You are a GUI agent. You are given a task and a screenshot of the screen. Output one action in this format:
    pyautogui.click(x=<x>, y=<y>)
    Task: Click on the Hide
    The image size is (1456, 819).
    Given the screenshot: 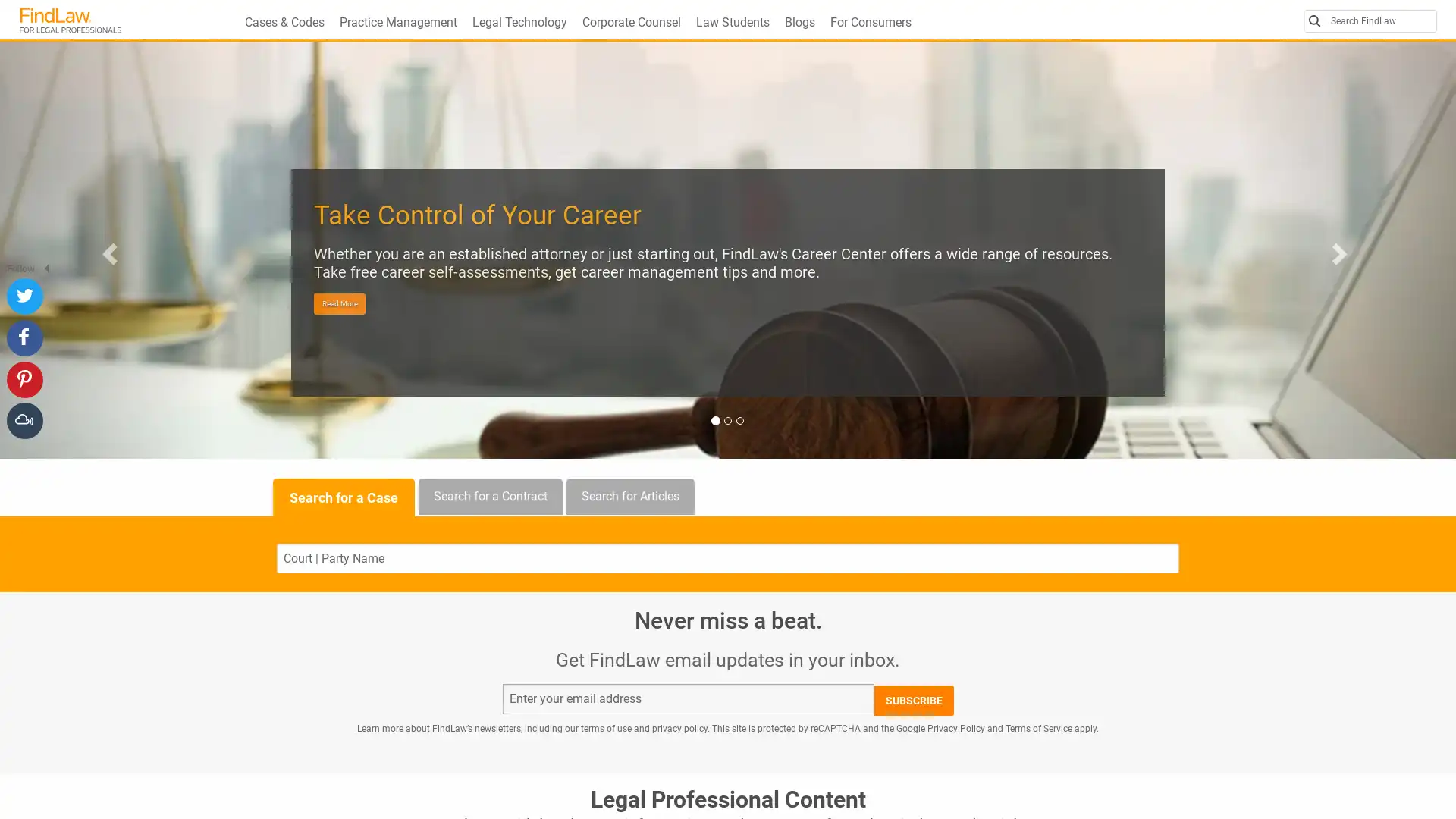 What is the action you would take?
    pyautogui.click(x=47, y=268)
    